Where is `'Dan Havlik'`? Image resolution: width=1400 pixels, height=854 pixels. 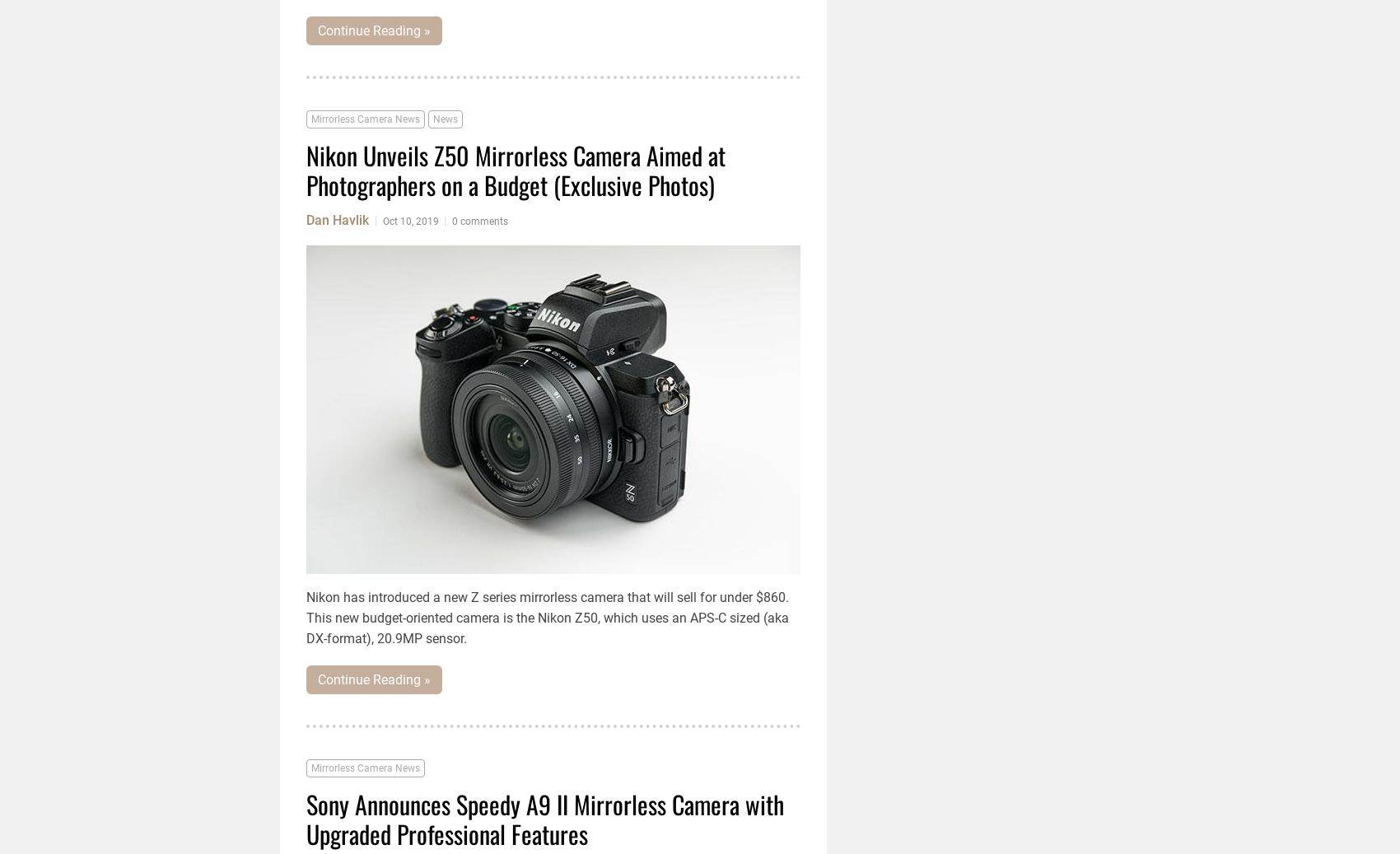 'Dan Havlik' is located at coordinates (337, 219).